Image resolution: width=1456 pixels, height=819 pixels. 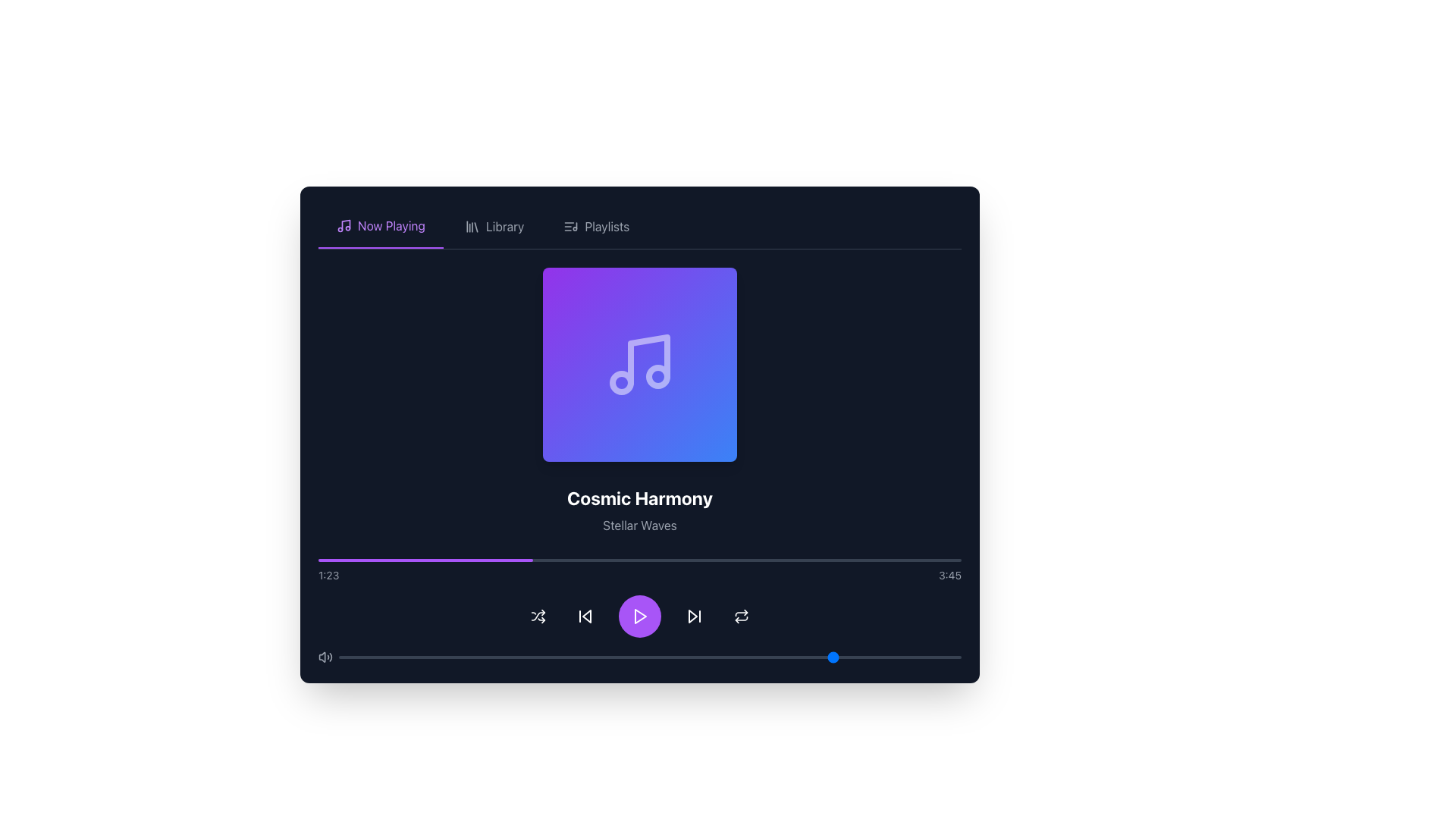 I want to click on the horizontal progress bar with purple filled portion and time indicators '1:23' and '3:45', so click(x=640, y=570).